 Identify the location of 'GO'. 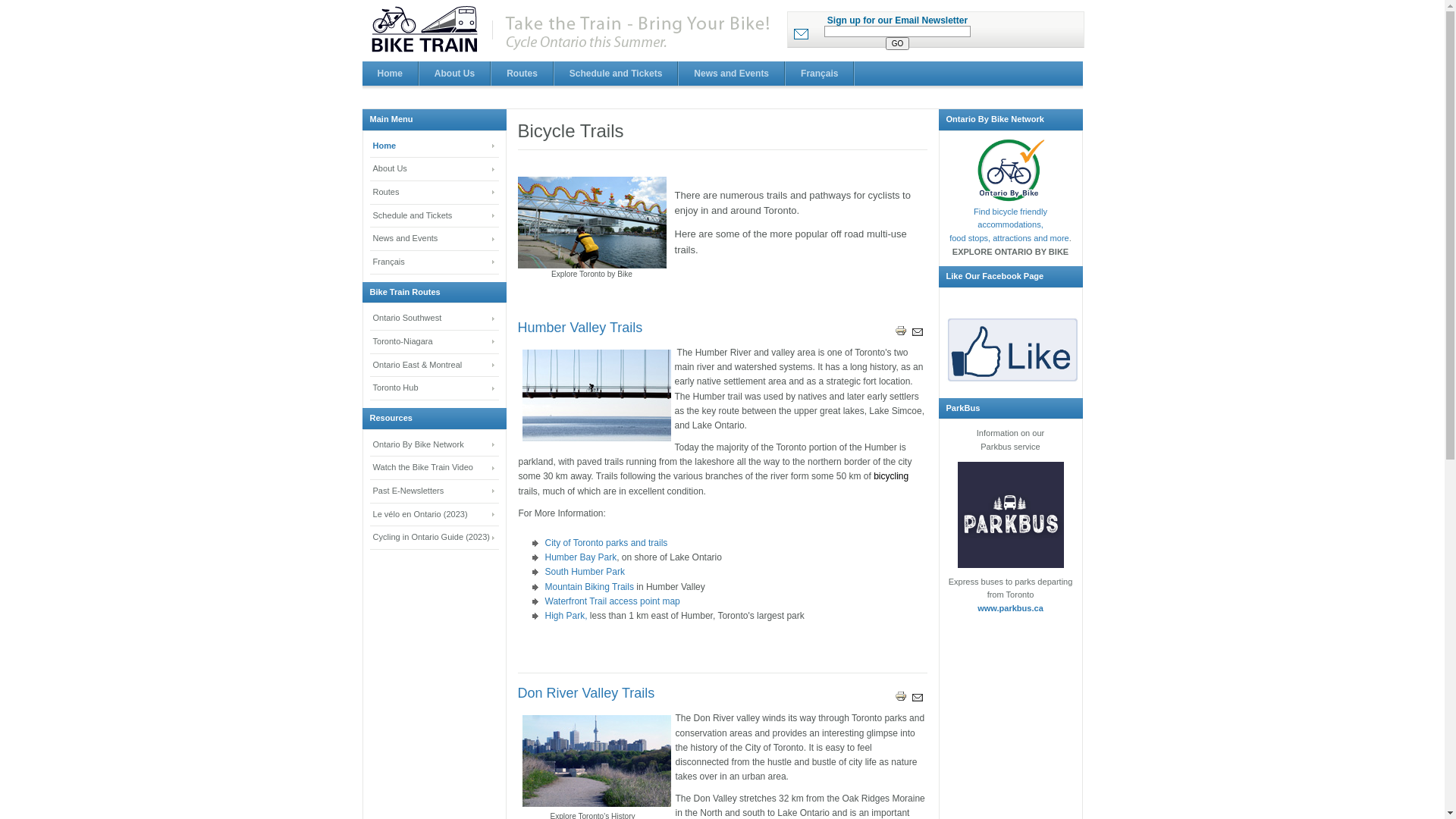
(898, 42).